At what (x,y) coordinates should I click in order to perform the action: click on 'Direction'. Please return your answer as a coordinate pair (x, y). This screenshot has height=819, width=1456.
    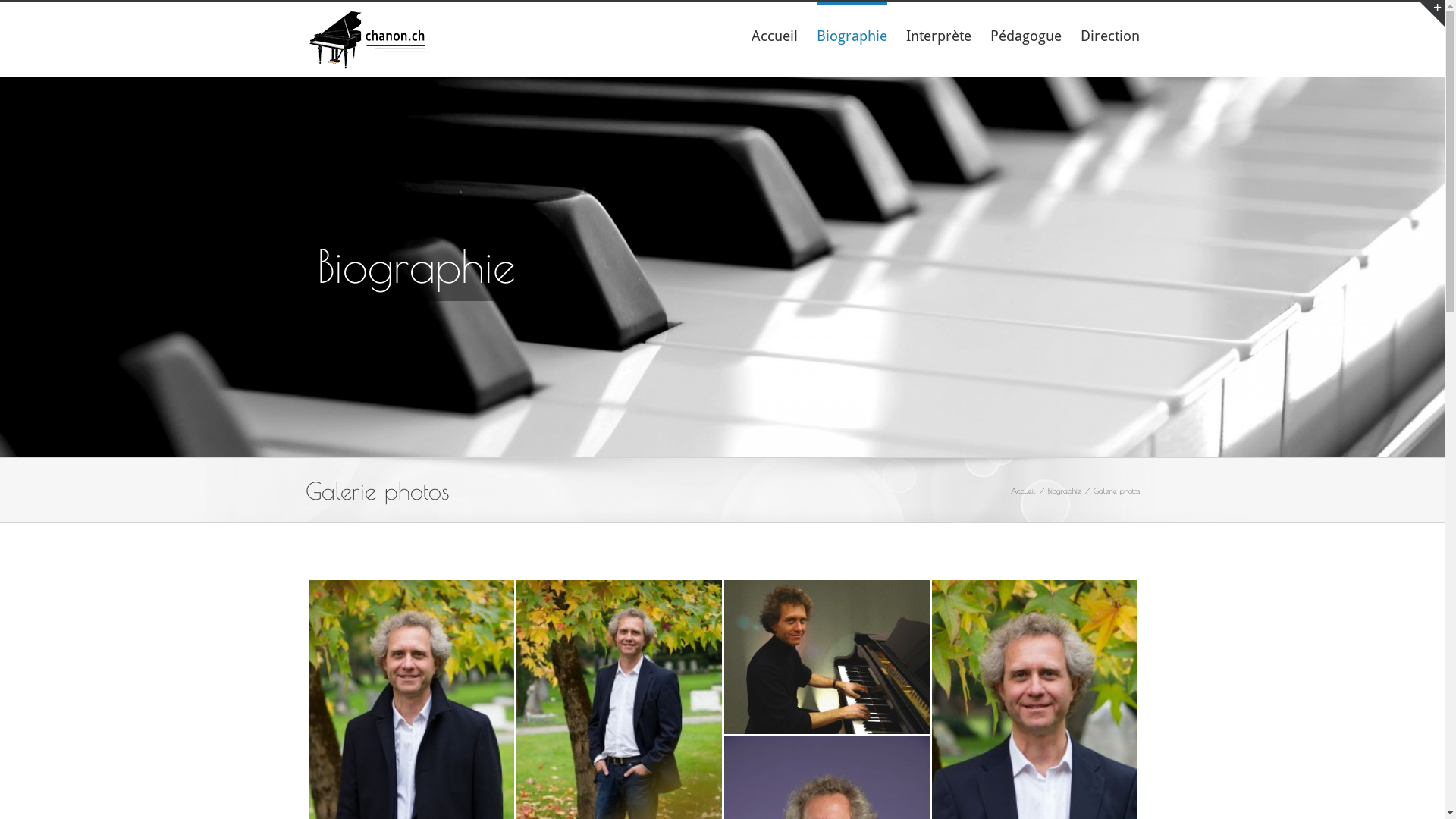
    Looking at the image, I should click on (1109, 34).